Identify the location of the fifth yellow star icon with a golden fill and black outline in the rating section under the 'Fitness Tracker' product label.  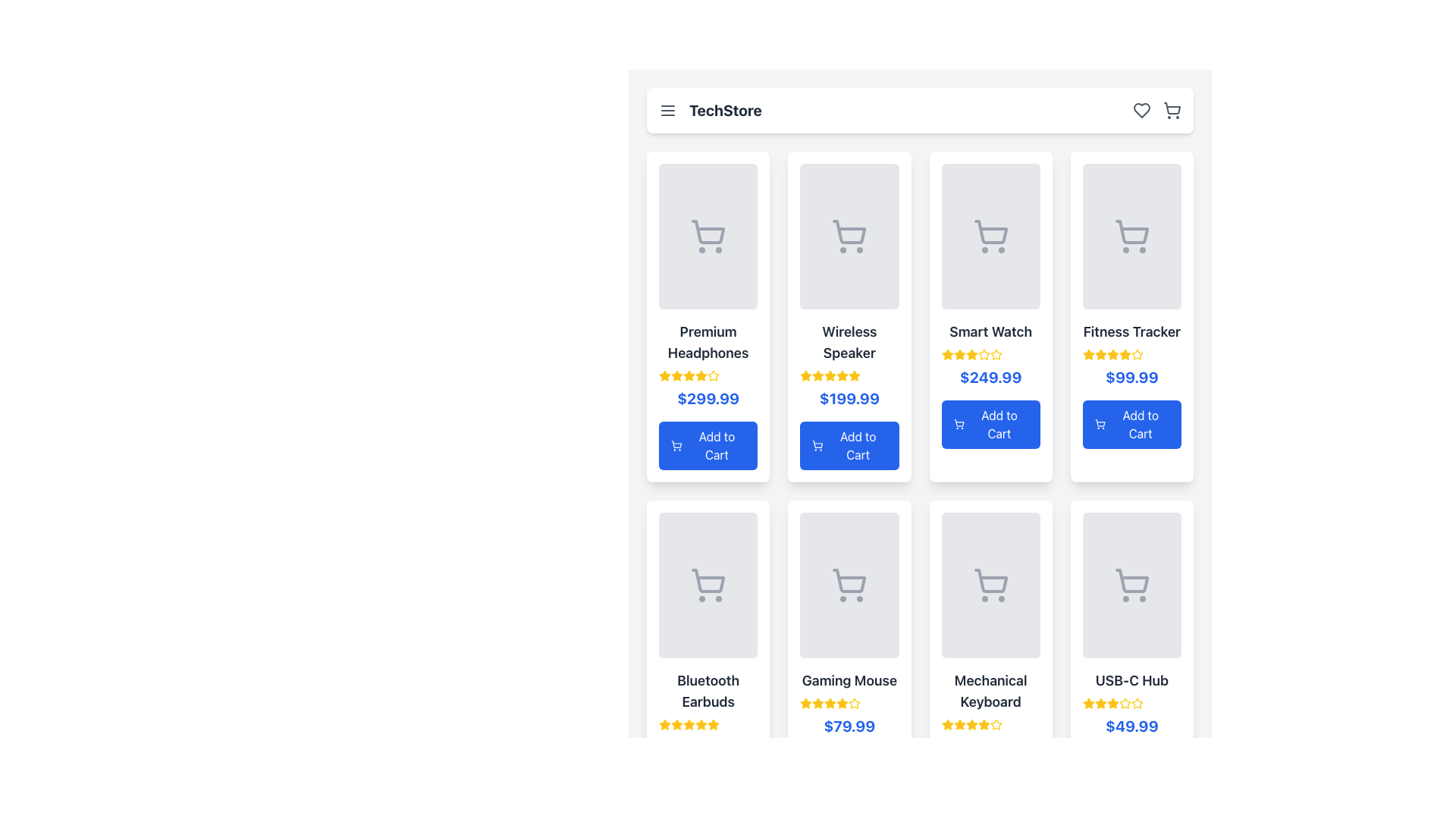
(1125, 354).